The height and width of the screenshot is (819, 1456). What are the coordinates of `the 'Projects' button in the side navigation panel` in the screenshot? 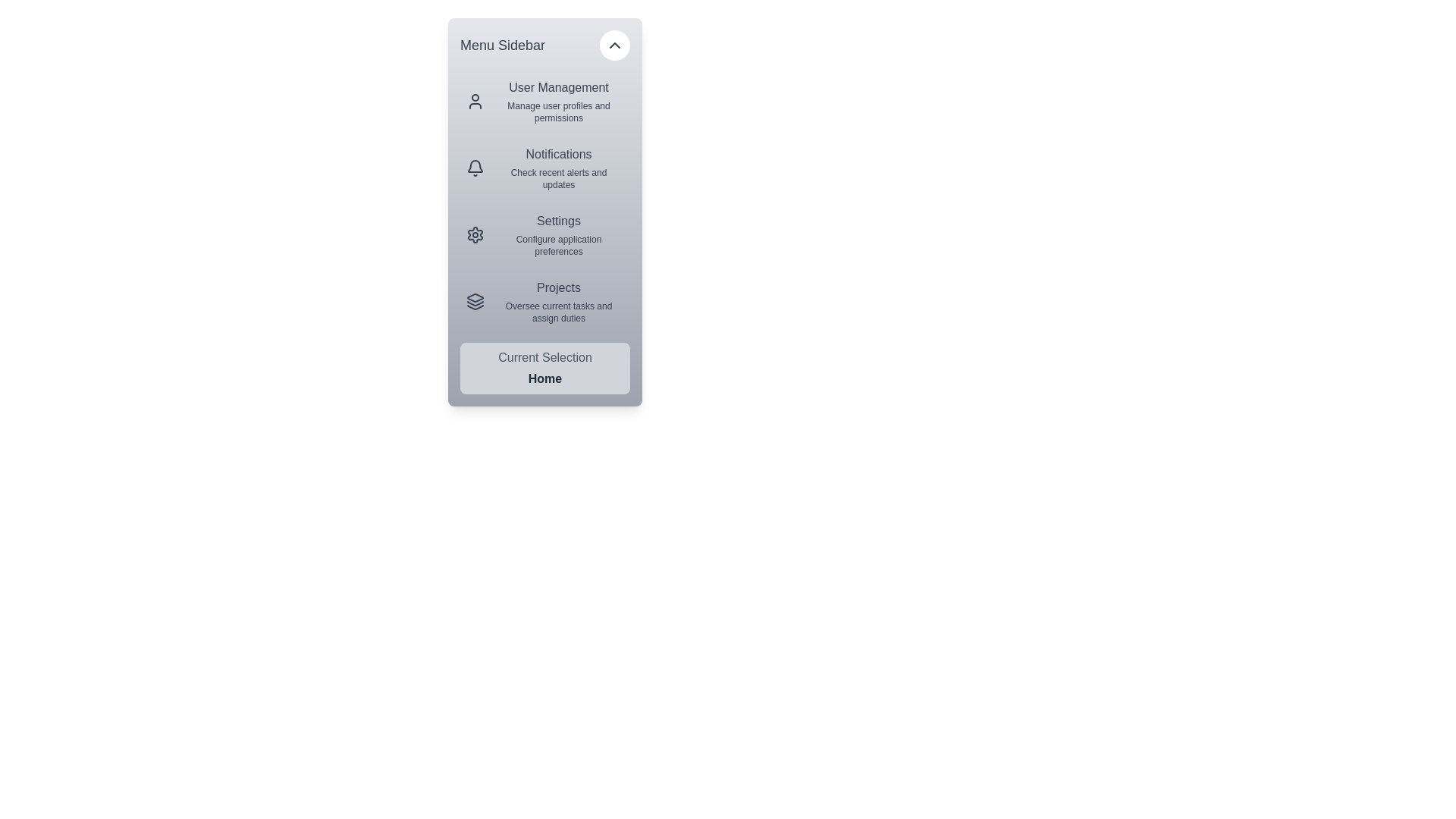 It's located at (545, 301).